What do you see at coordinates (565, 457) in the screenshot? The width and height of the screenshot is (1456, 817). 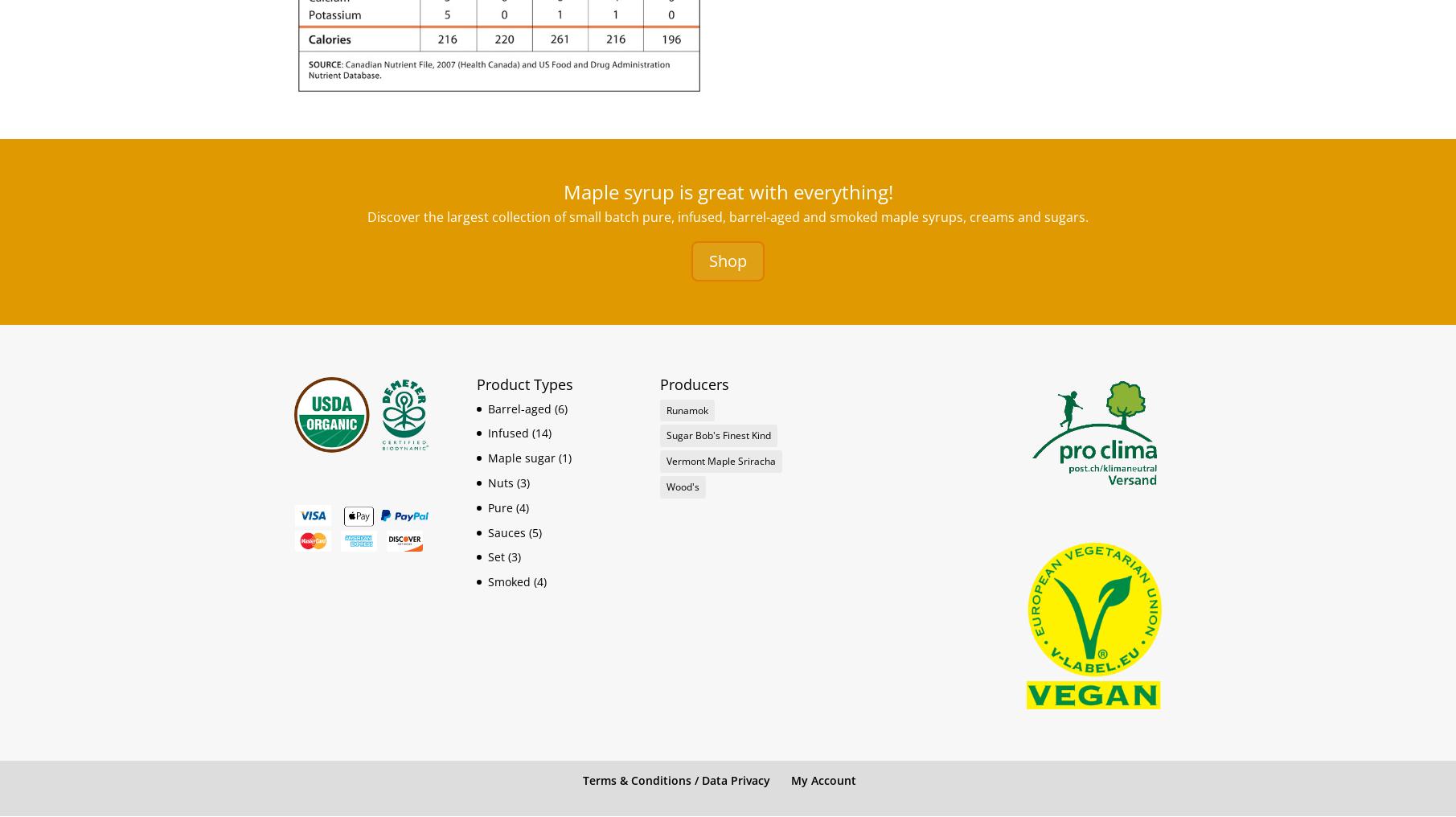 I see `'(1)'` at bounding box center [565, 457].